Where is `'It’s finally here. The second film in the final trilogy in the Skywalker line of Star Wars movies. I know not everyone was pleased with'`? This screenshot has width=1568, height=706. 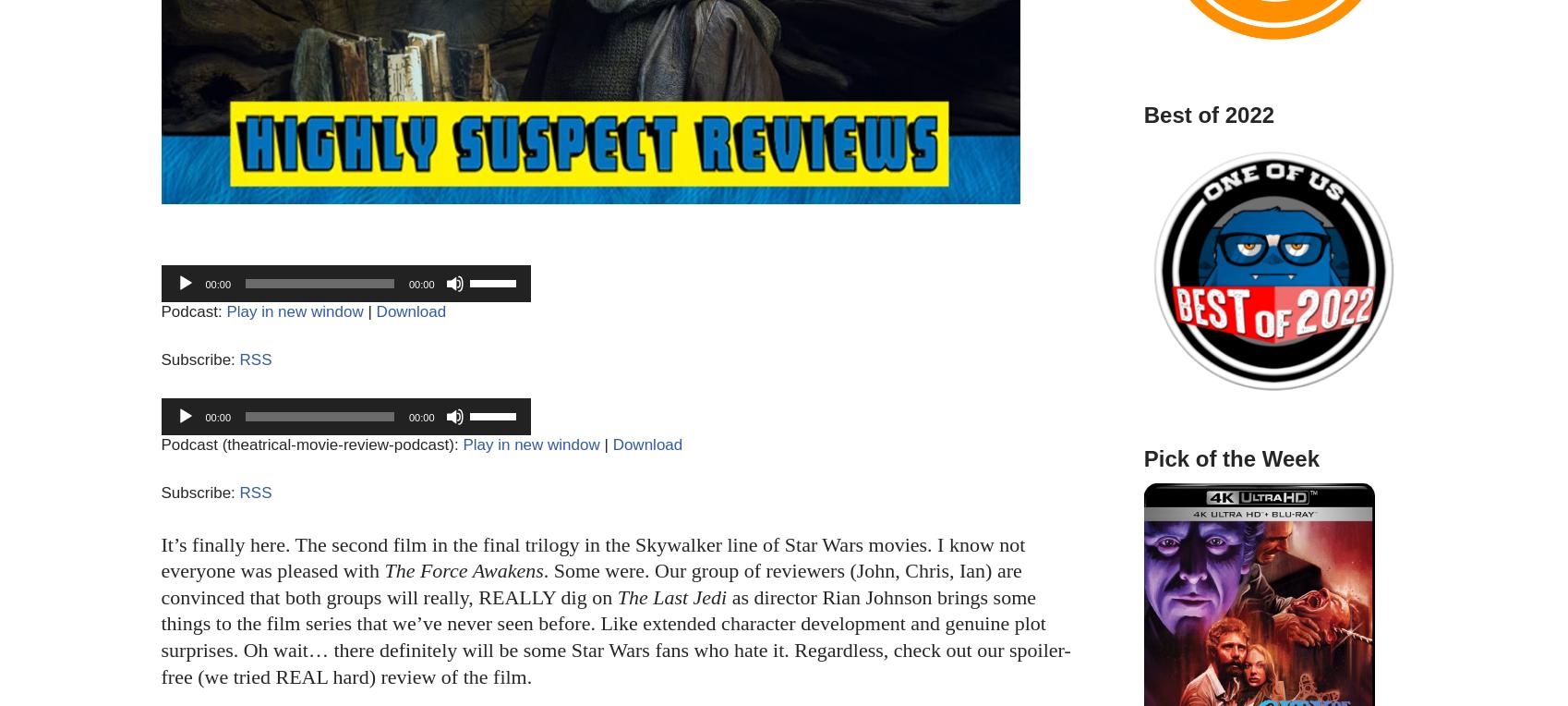
'It’s finally here. The second film in the final trilogy in the Skywalker line of Star Wars movies. I know not everyone was pleased with' is located at coordinates (592, 556).